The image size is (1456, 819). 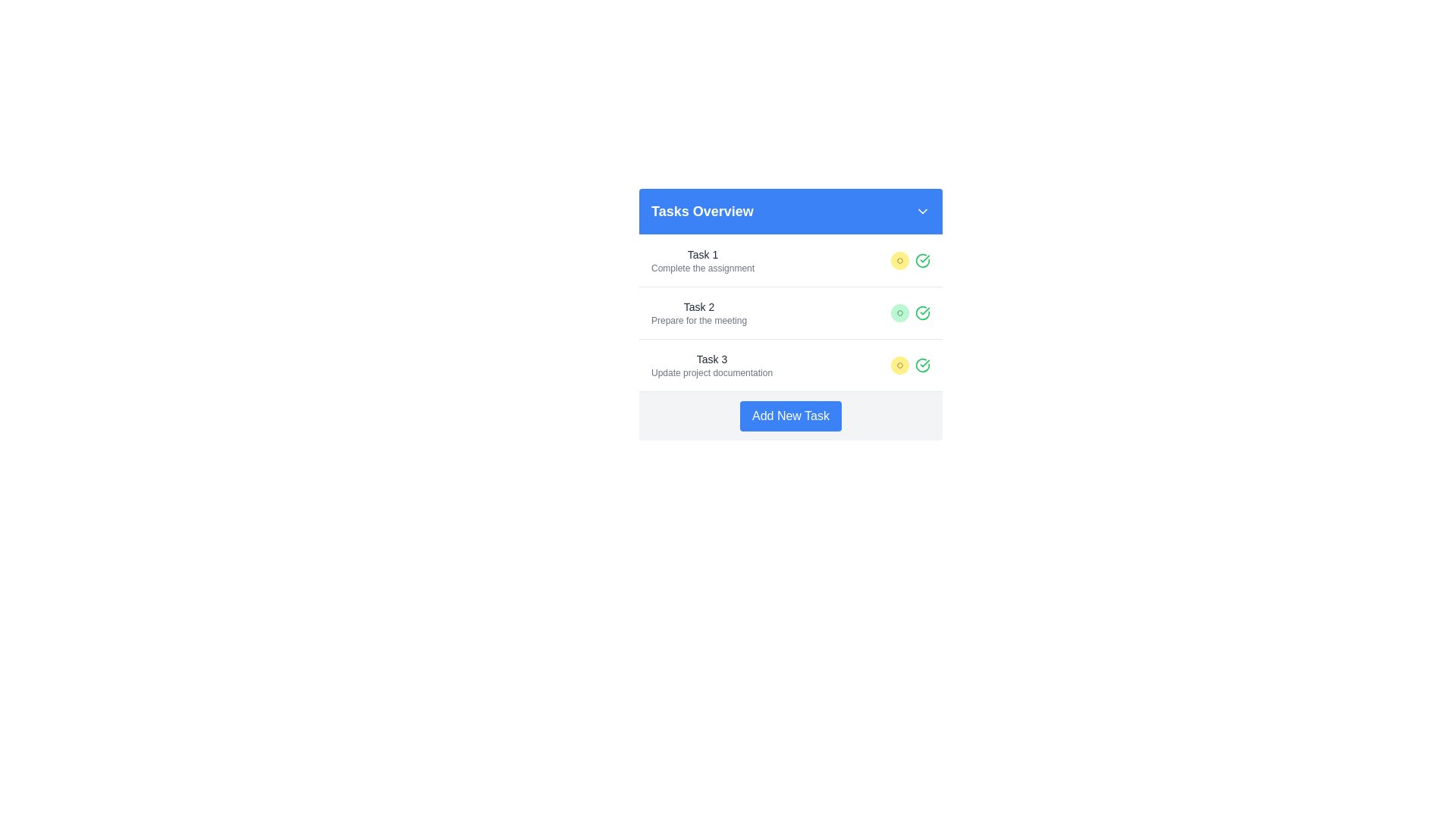 I want to click on the Text Label that provides additional context for 'Task 3' located in the lower portion of the task list panel, aligned center-left under the 'Tasks Overview' header, so click(x=711, y=373).